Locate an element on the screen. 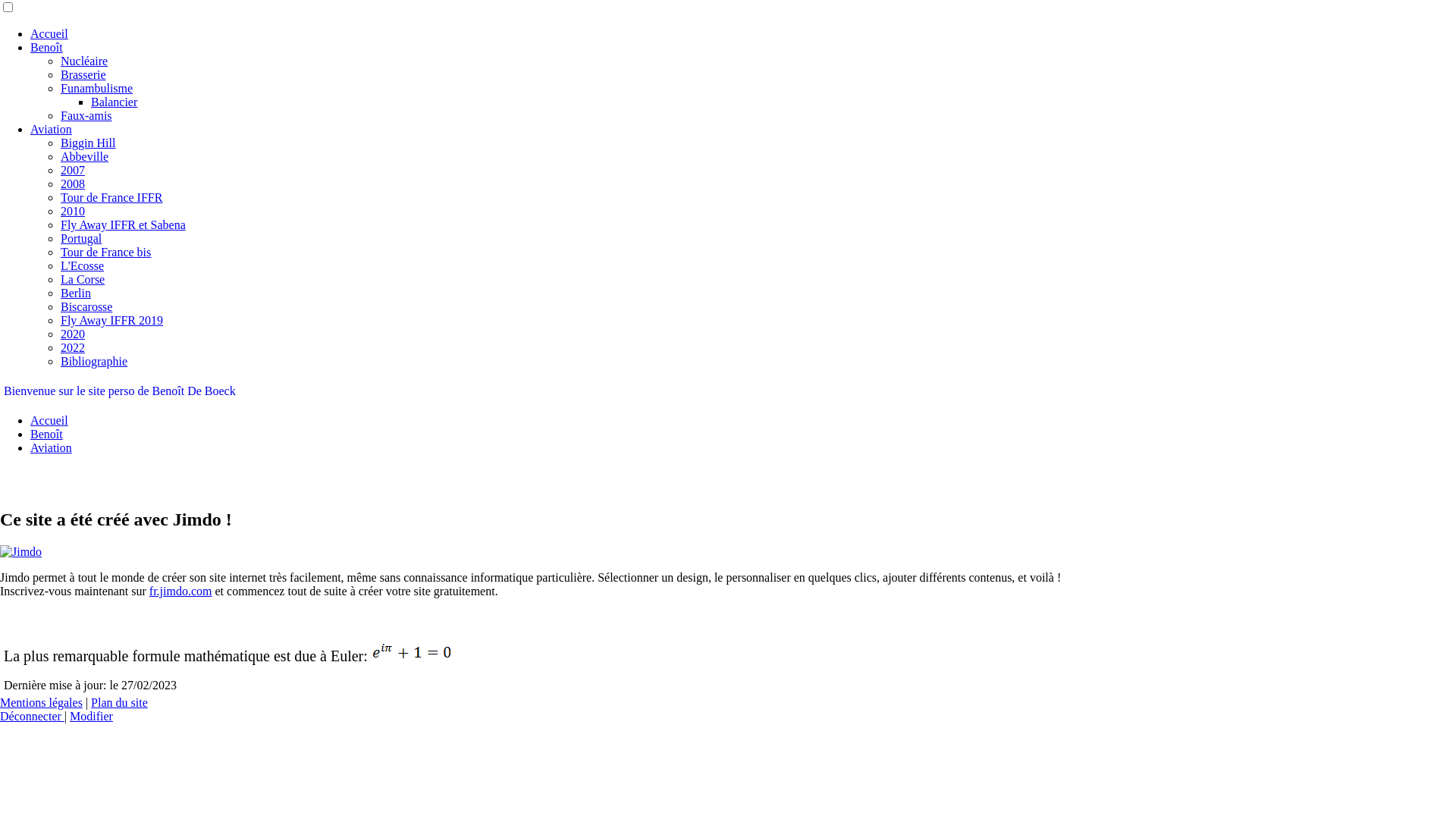 This screenshot has width=1456, height=819. 'Fly Away IFFR 2019' is located at coordinates (111, 319).